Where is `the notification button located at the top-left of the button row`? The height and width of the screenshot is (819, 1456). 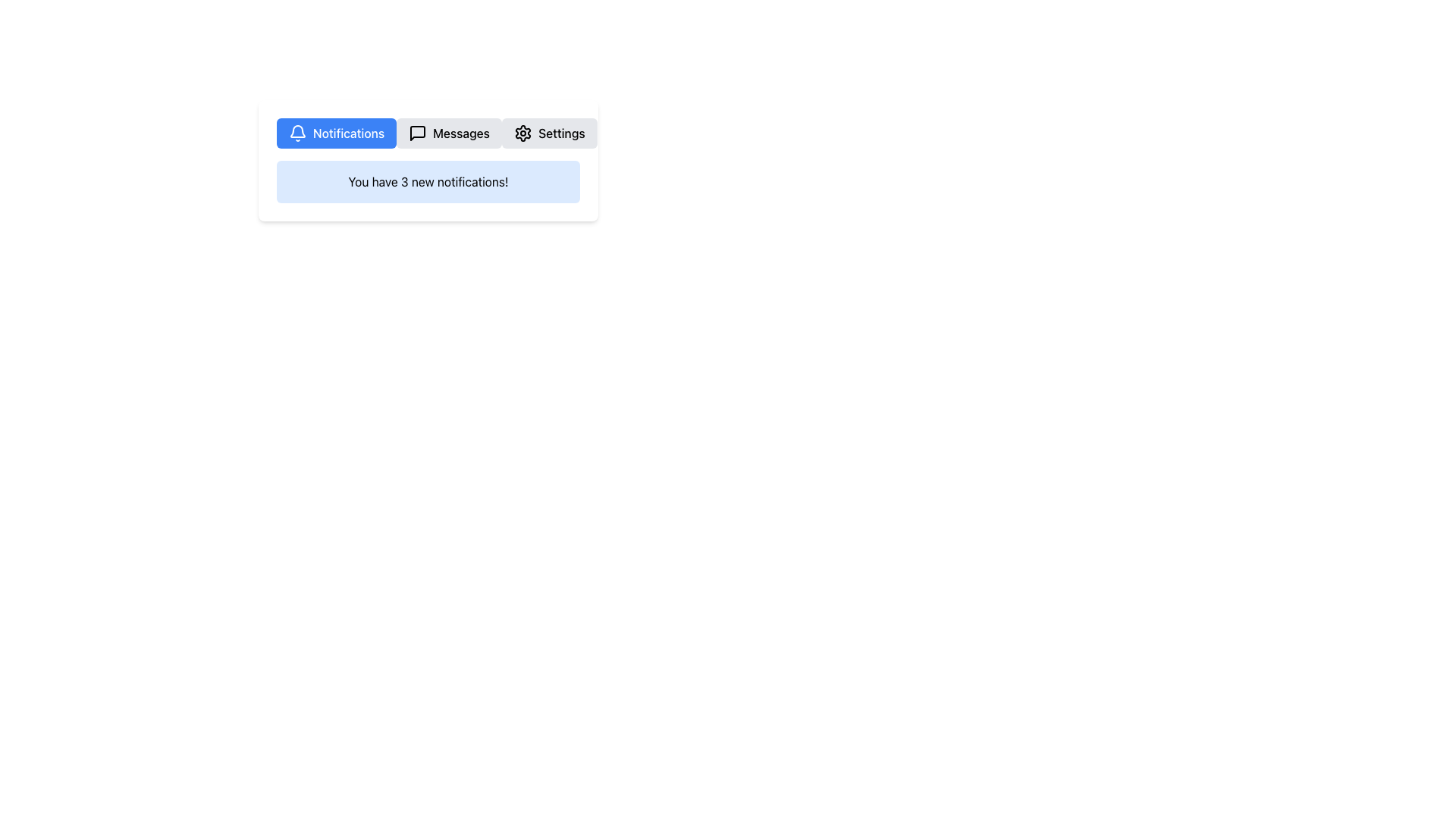 the notification button located at the top-left of the button row is located at coordinates (336, 133).